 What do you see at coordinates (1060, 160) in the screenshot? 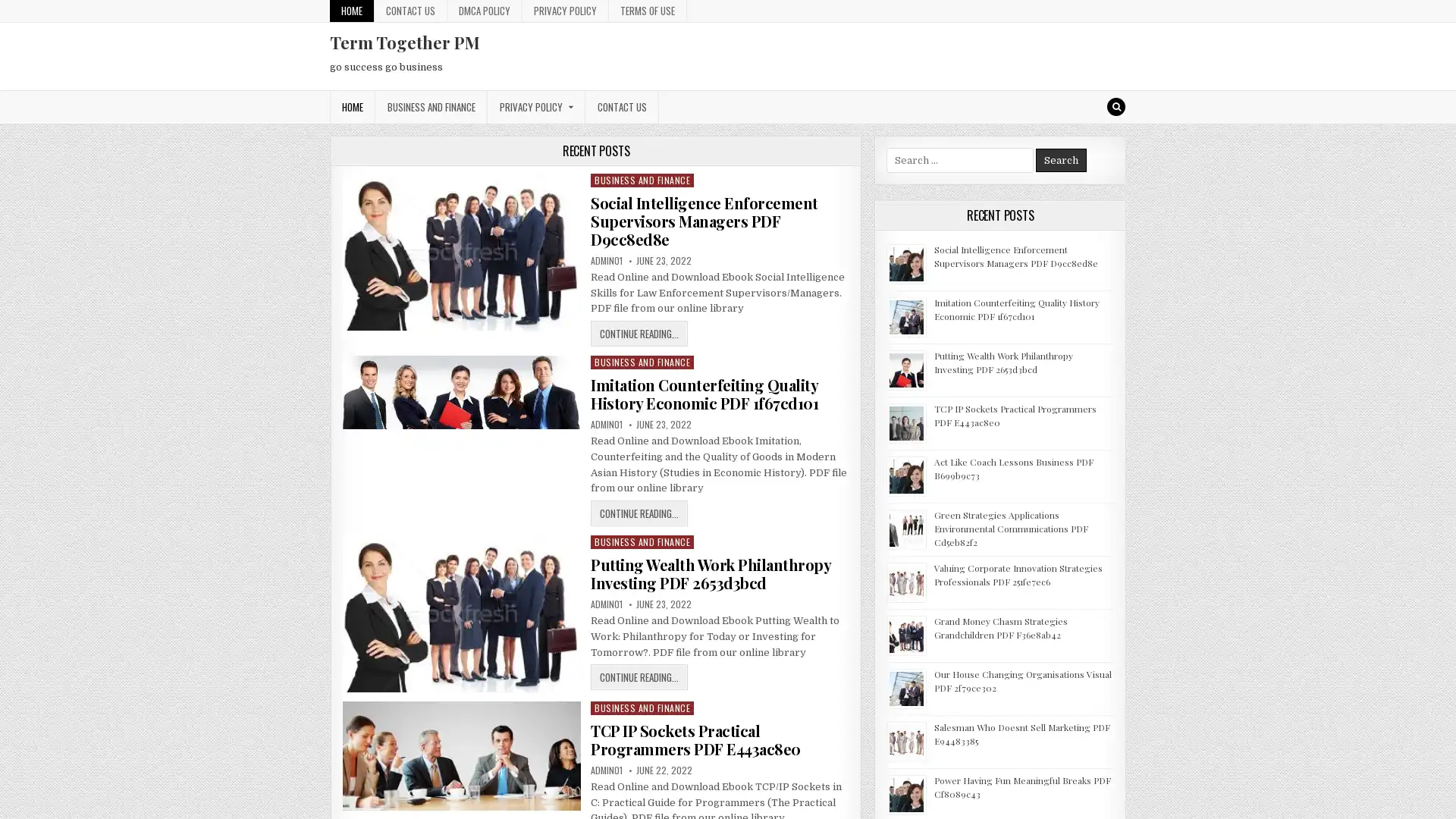
I see `Search` at bounding box center [1060, 160].